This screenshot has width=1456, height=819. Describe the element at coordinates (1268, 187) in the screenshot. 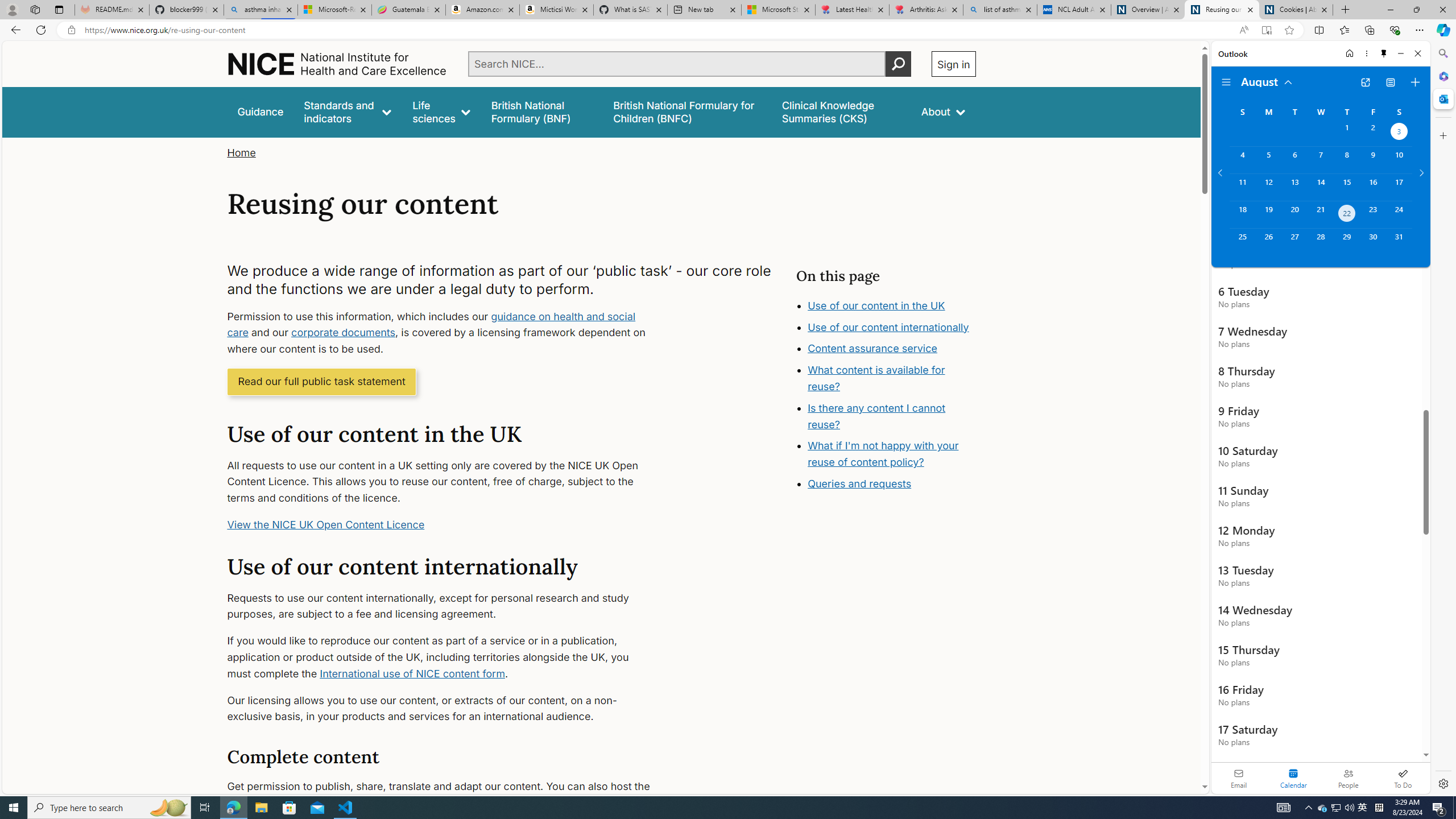

I see `'Monday, August 12, 2024. '` at that location.